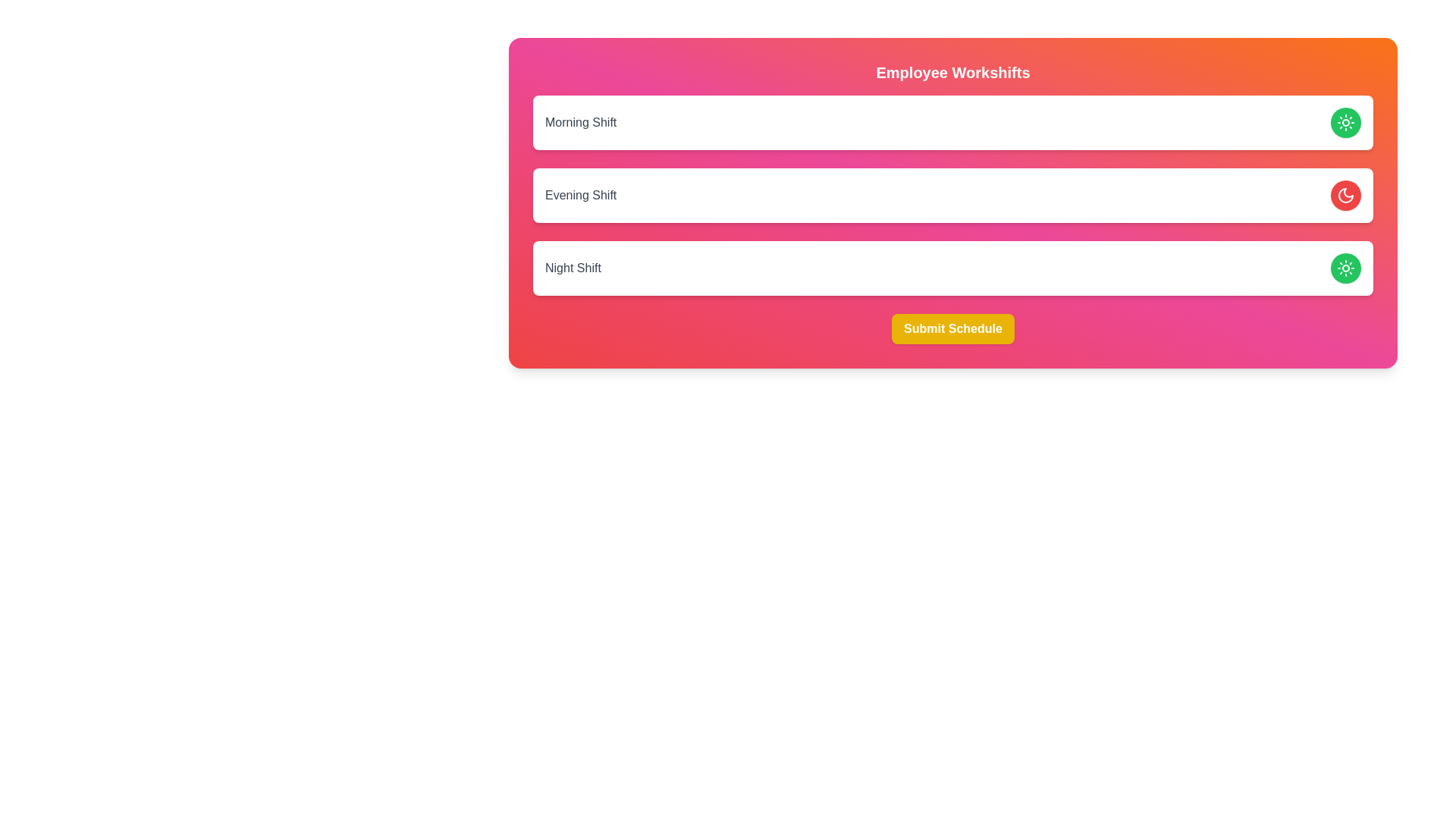 The width and height of the screenshot is (1456, 819). What do you see at coordinates (1346, 122) in the screenshot?
I see `the Morning Shift toggle button to change its state` at bounding box center [1346, 122].